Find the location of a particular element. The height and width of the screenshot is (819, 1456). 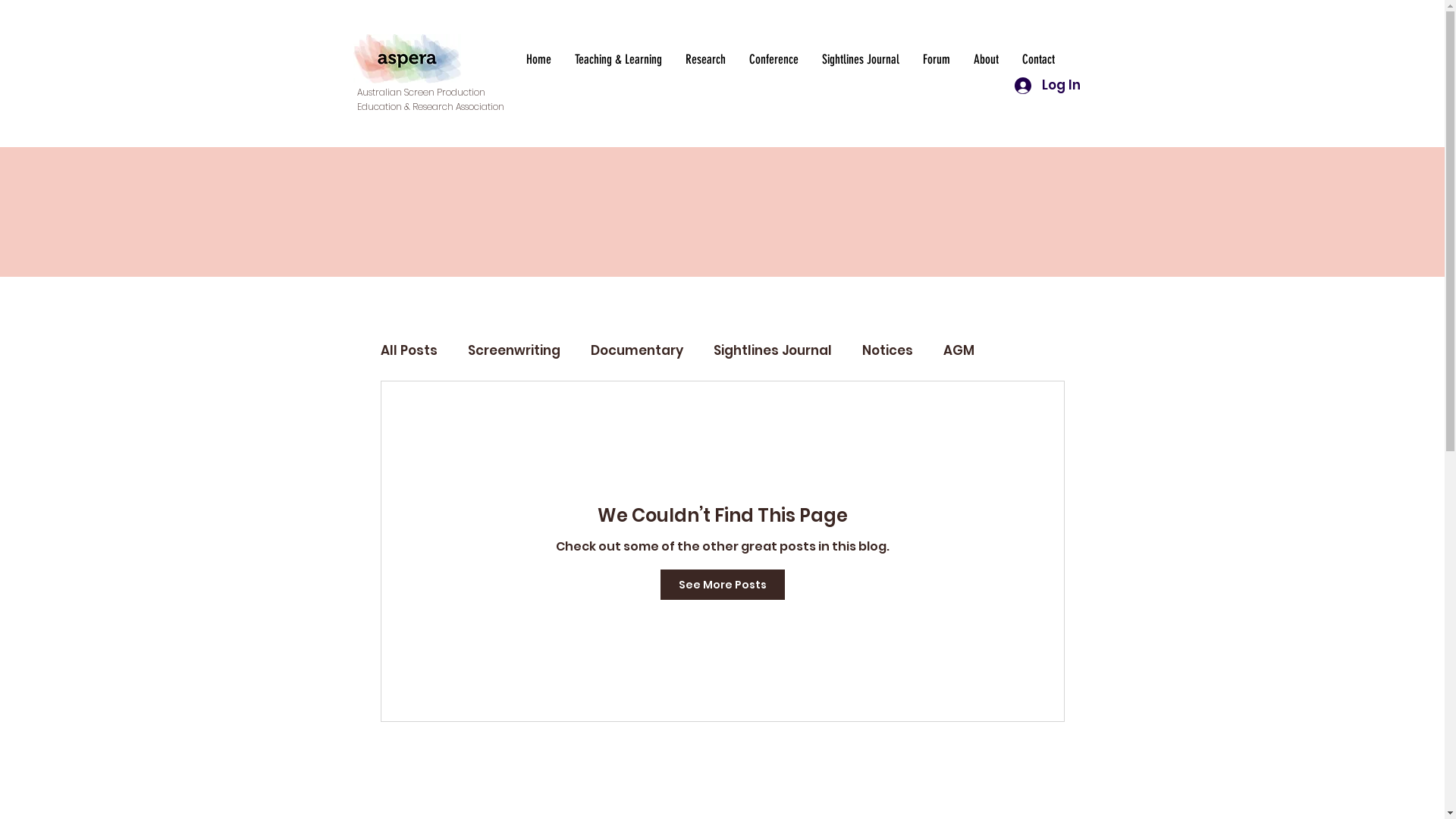

'About' is located at coordinates (986, 58).